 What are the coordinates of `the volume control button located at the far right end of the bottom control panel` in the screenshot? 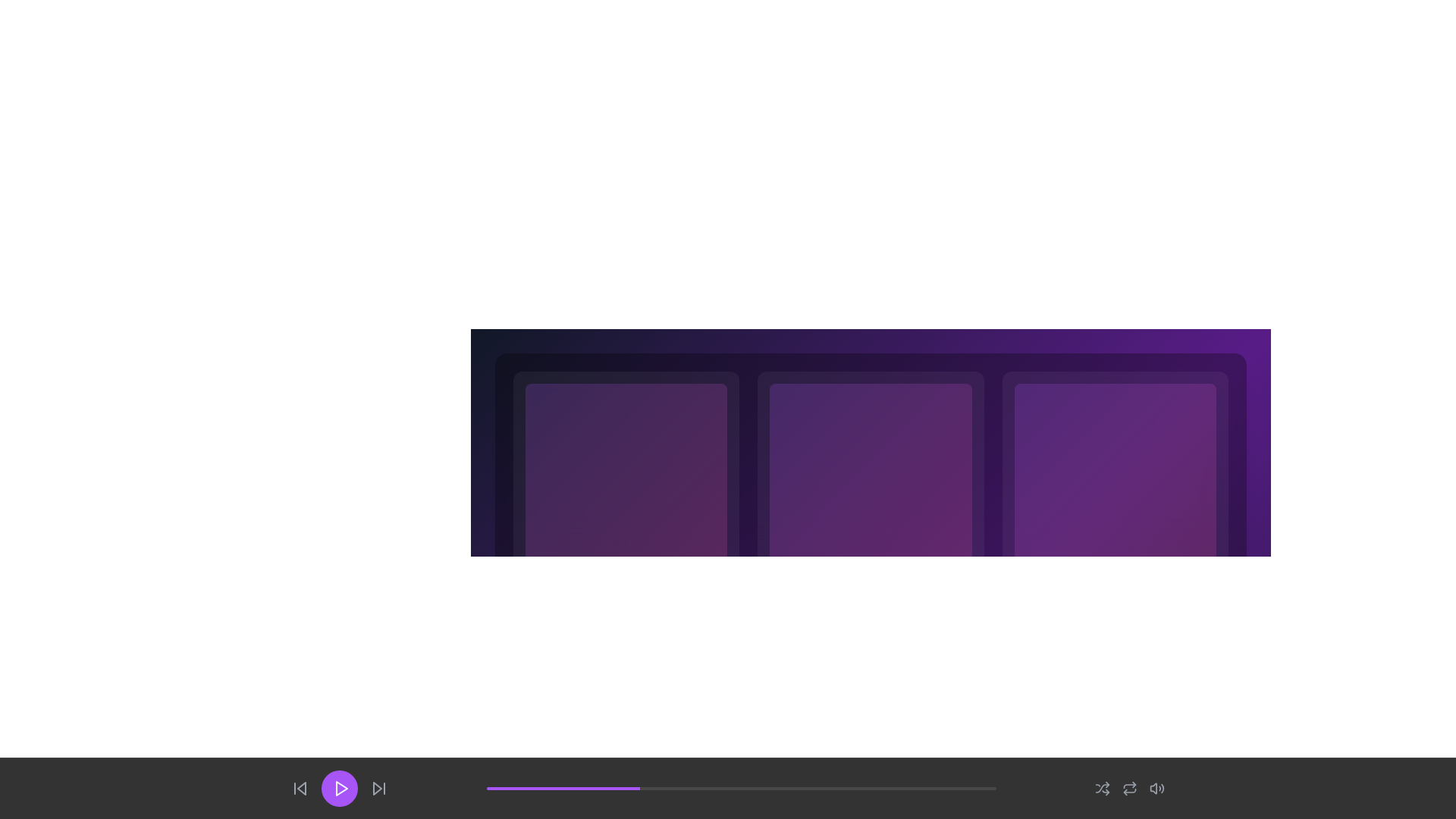 It's located at (1156, 788).